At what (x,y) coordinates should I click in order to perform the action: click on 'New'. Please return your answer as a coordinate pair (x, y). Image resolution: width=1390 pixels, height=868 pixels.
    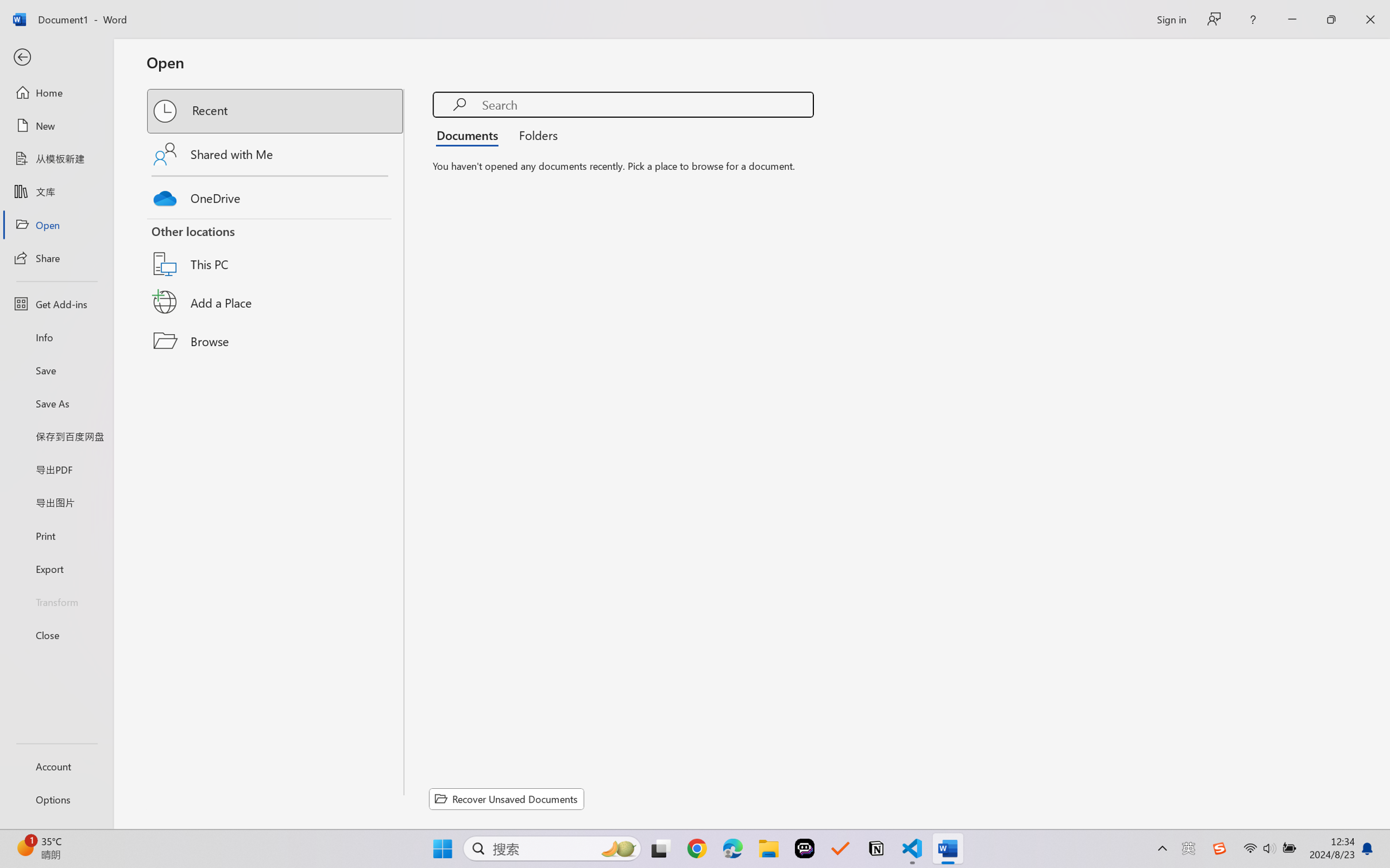
    Looking at the image, I should click on (56, 125).